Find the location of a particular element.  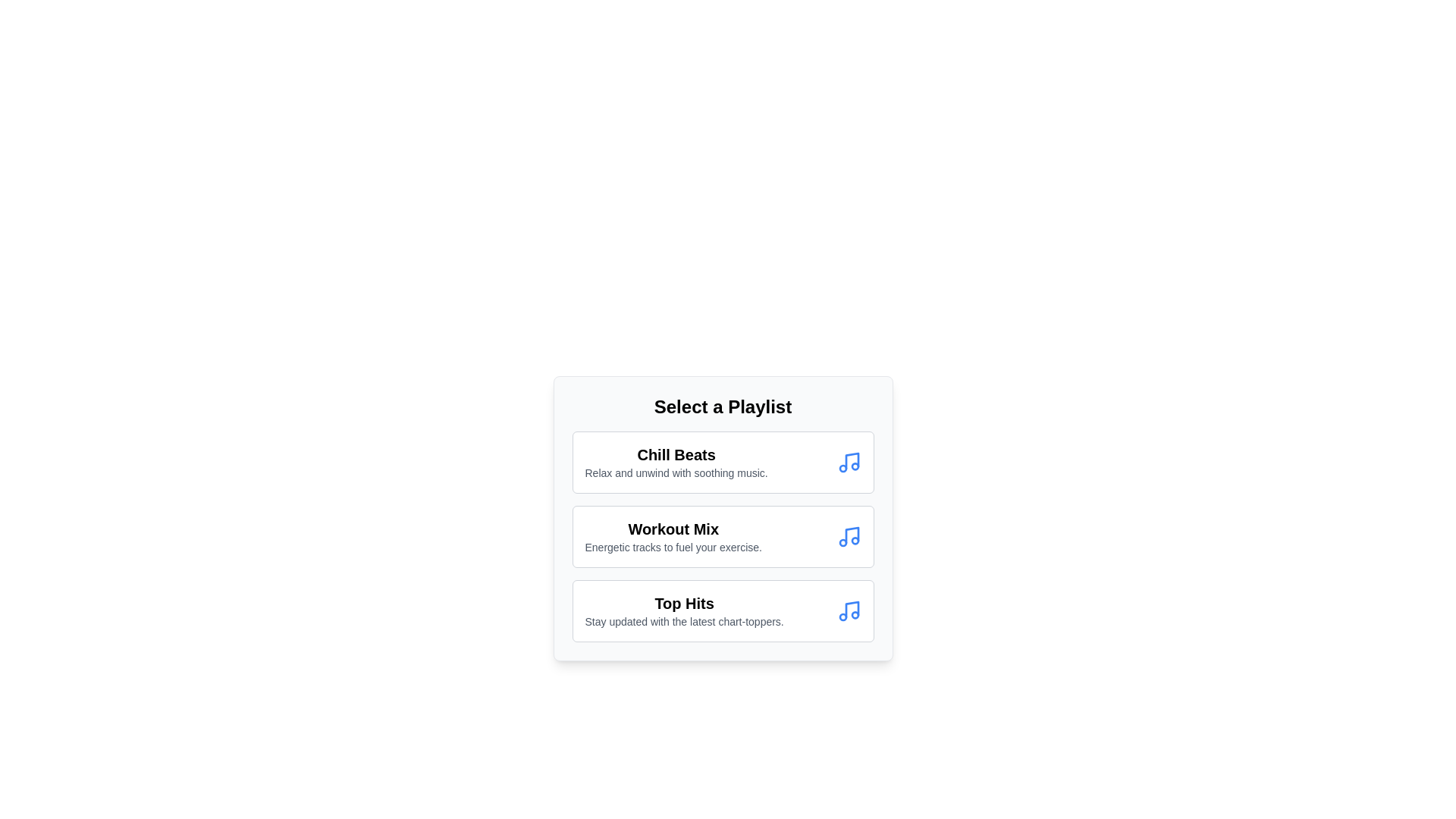

the 'Workout Mix' playlist card, which is the second item is located at coordinates (722, 536).